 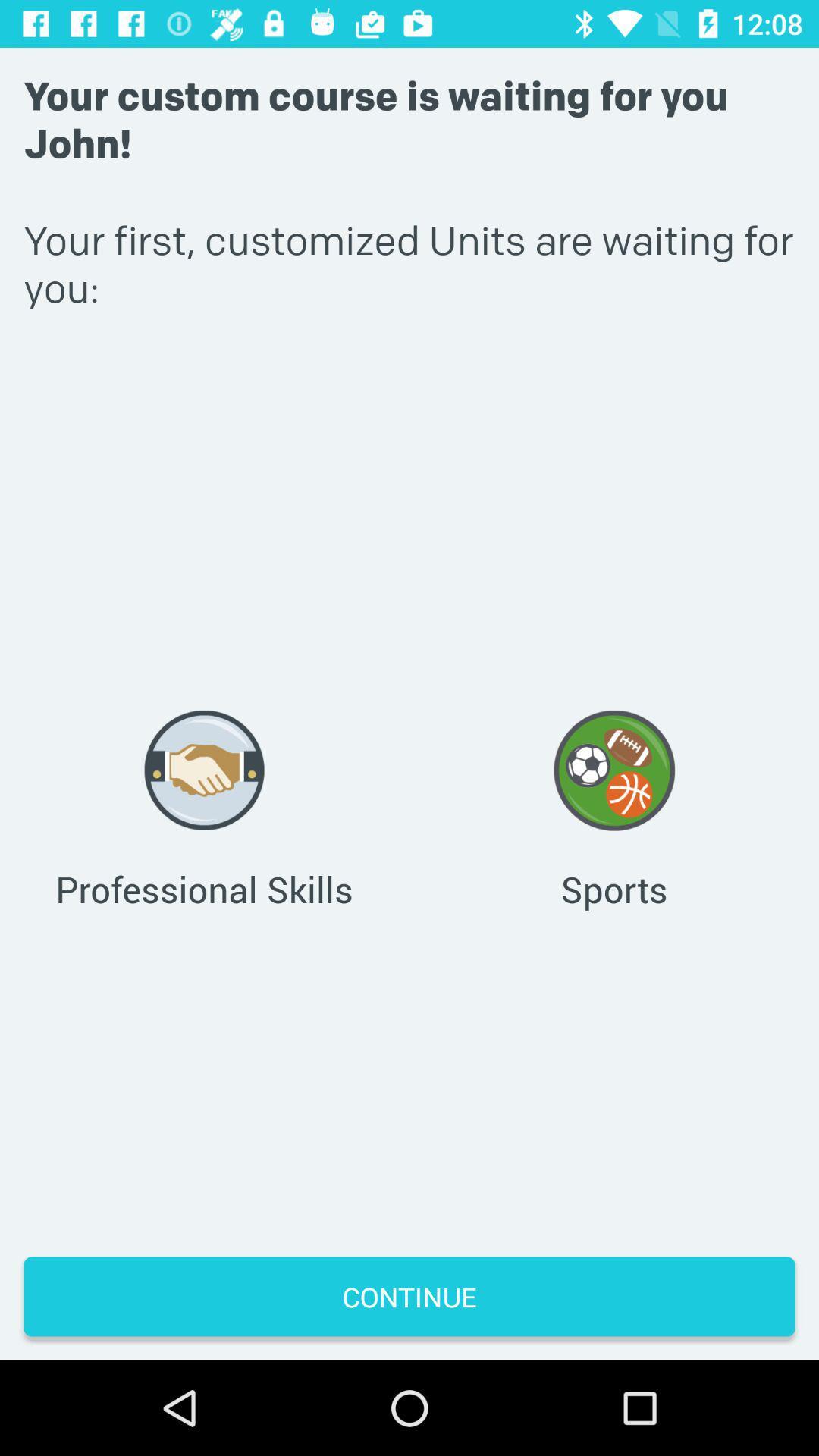 What do you see at coordinates (409, 1295) in the screenshot?
I see `the continue button` at bounding box center [409, 1295].